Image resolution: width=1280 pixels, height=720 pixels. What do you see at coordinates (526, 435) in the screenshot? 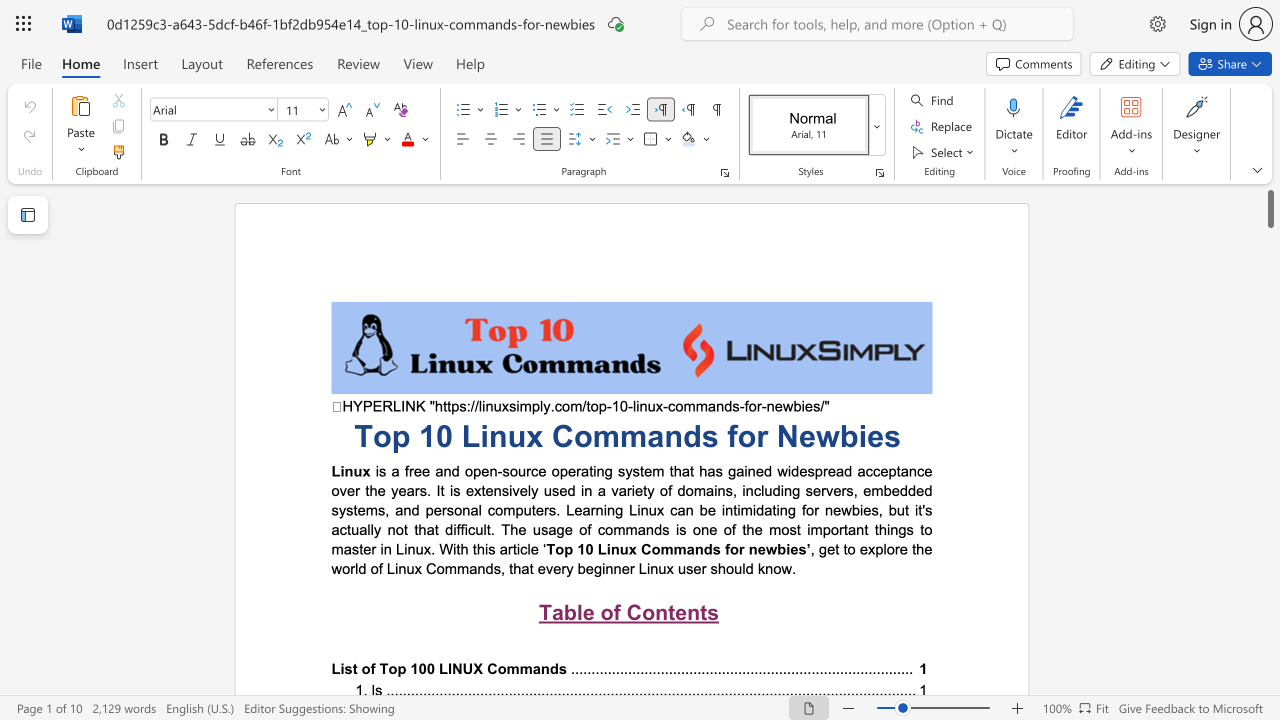
I see `the subset text "x Commands for New" within the text "Top 10 Linux Commands for Newbies"` at bounding box center [526, 435].